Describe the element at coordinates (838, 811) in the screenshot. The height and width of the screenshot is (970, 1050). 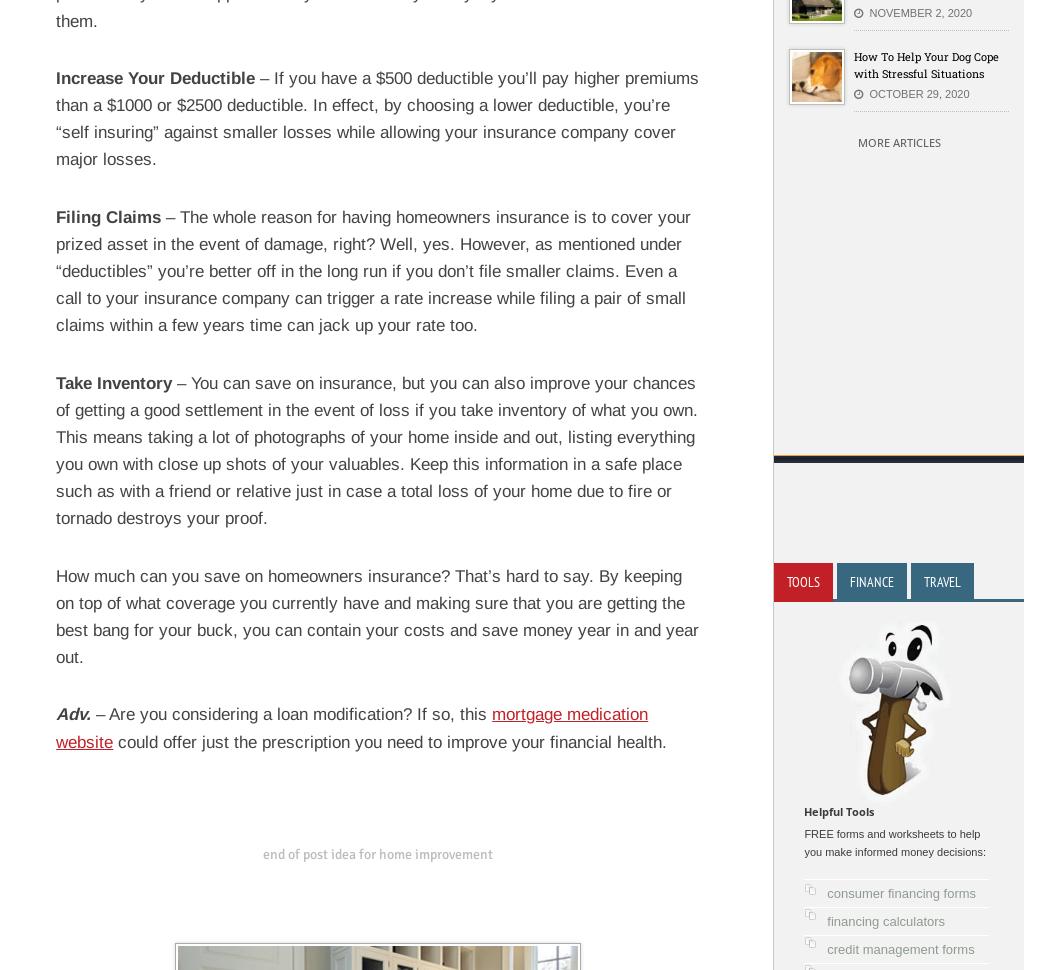
I see `'Helpful Tools'` at that location.